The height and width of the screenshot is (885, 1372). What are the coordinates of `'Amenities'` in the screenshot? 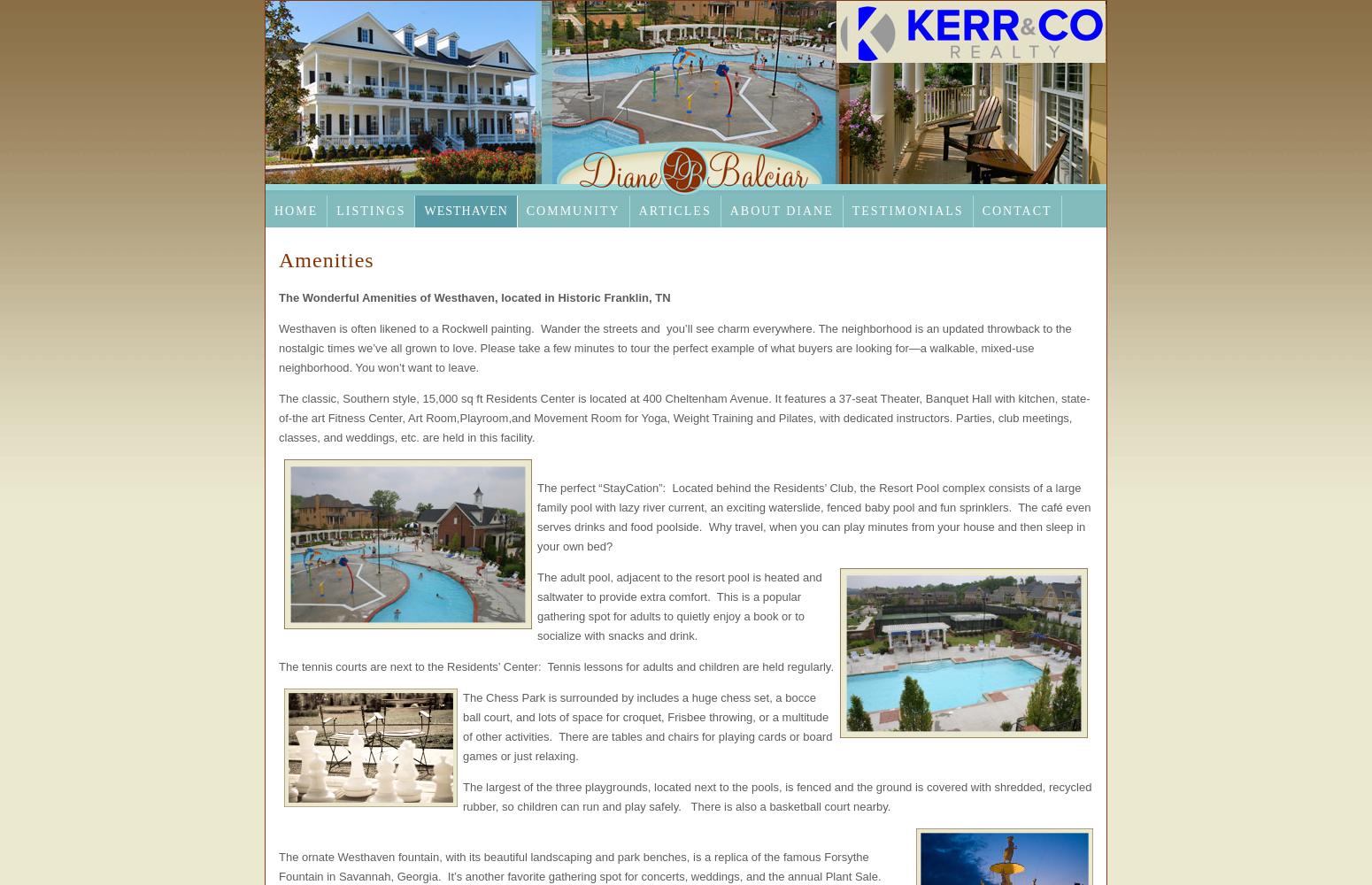 It's located at (277, 260).